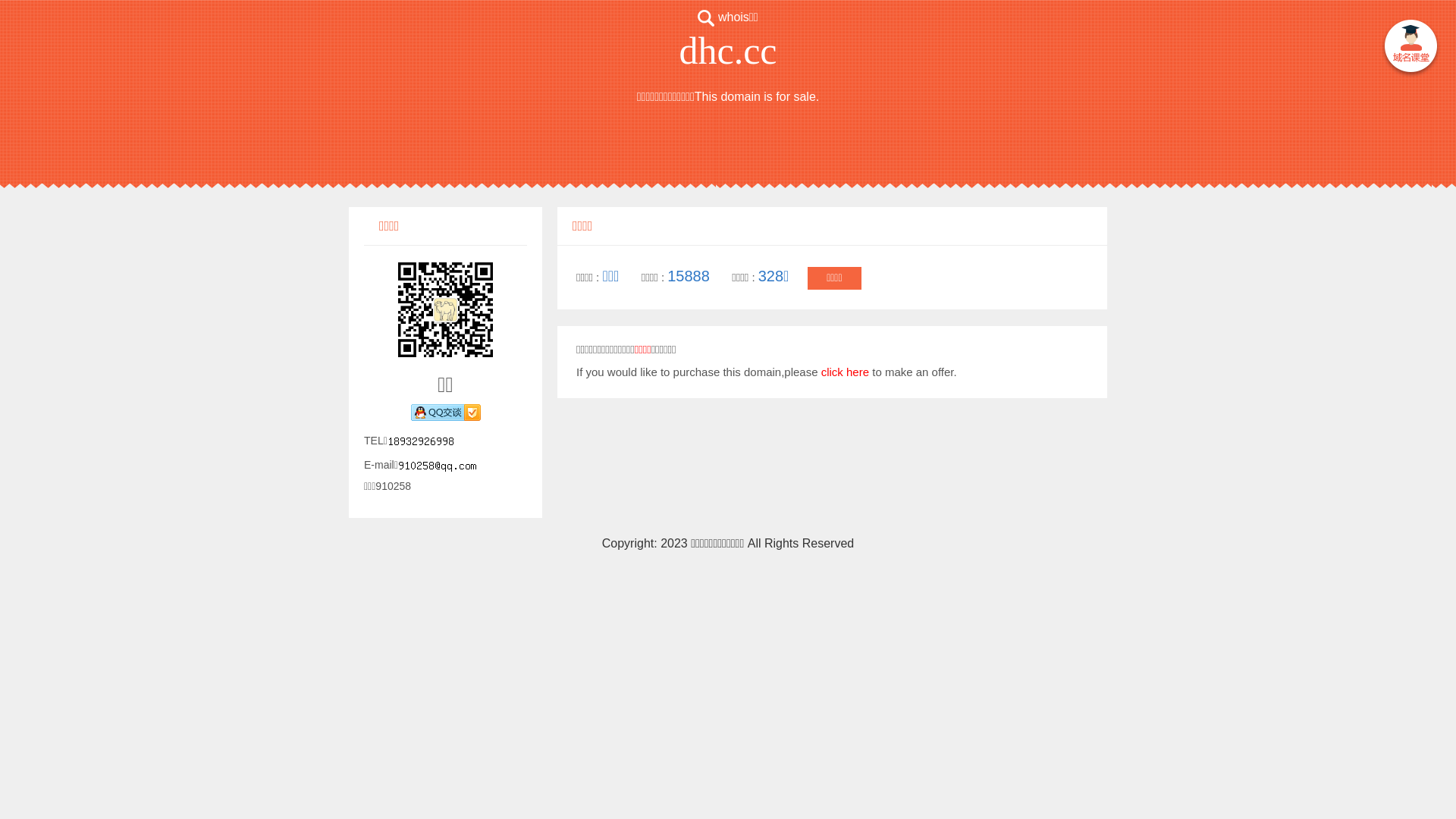  Describe the element at coordinates (821, 372) in the screenshot. I see `'click here'` at that location.